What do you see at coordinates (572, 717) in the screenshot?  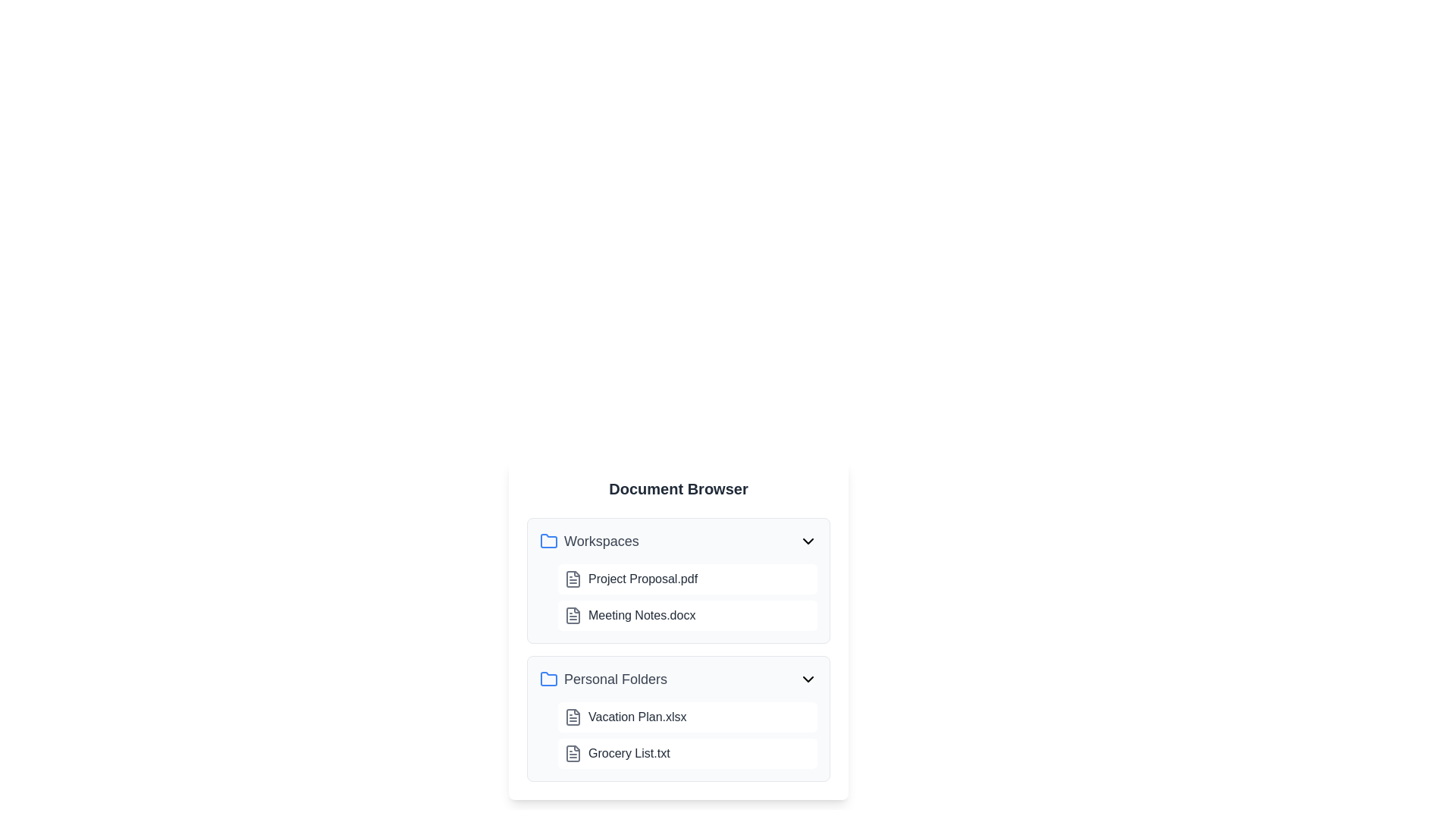 I see `the document icon resembling a sheet of paper with a folded corner, located next to 'Vacation Plan.xlsx' in the 'Personal Folders' section` at bounding box center [572, 717].